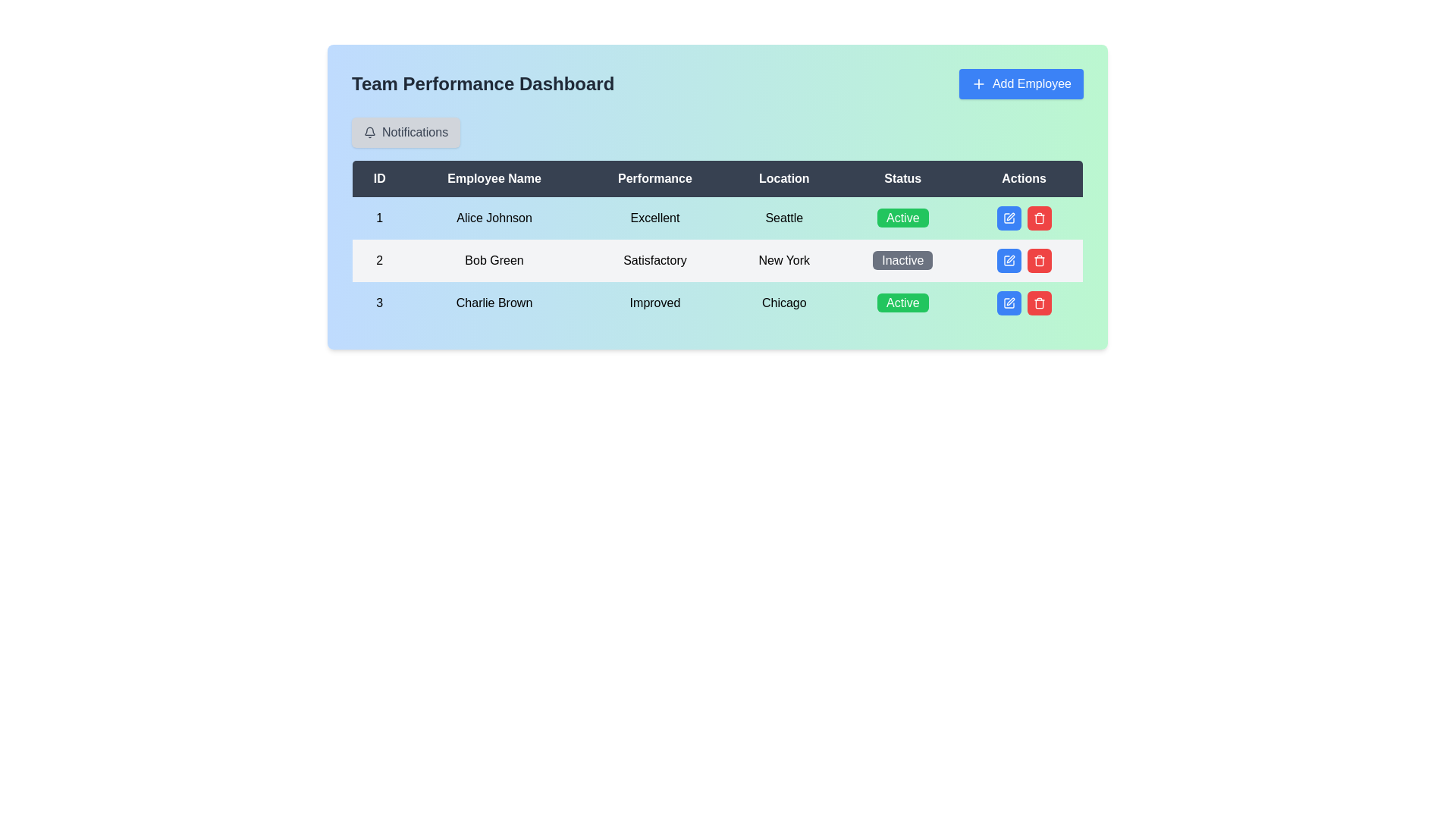 Image resolution: width=1456 pixels, height=819 pixels. What do you see at coordinates (784, 177) in the screenshot?
I see `the text label displaying 'Location', which is styled with bold white text on a dark background, located in the header row of a table between 'Performance' and 'Status'` at bounding box center [784, 177].